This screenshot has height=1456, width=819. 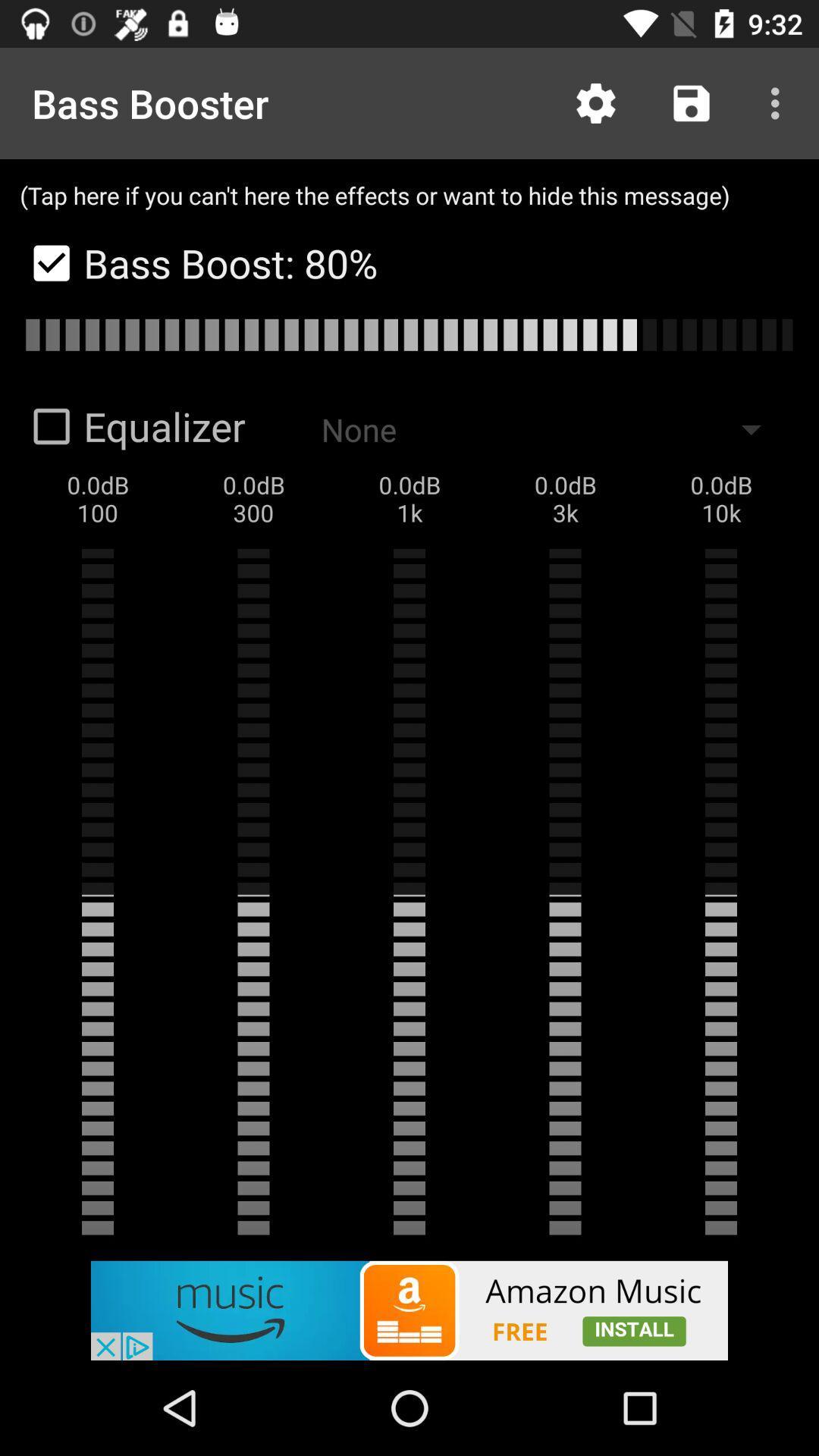 I want to click on click on advertisement, so click(x=409, y=1310).